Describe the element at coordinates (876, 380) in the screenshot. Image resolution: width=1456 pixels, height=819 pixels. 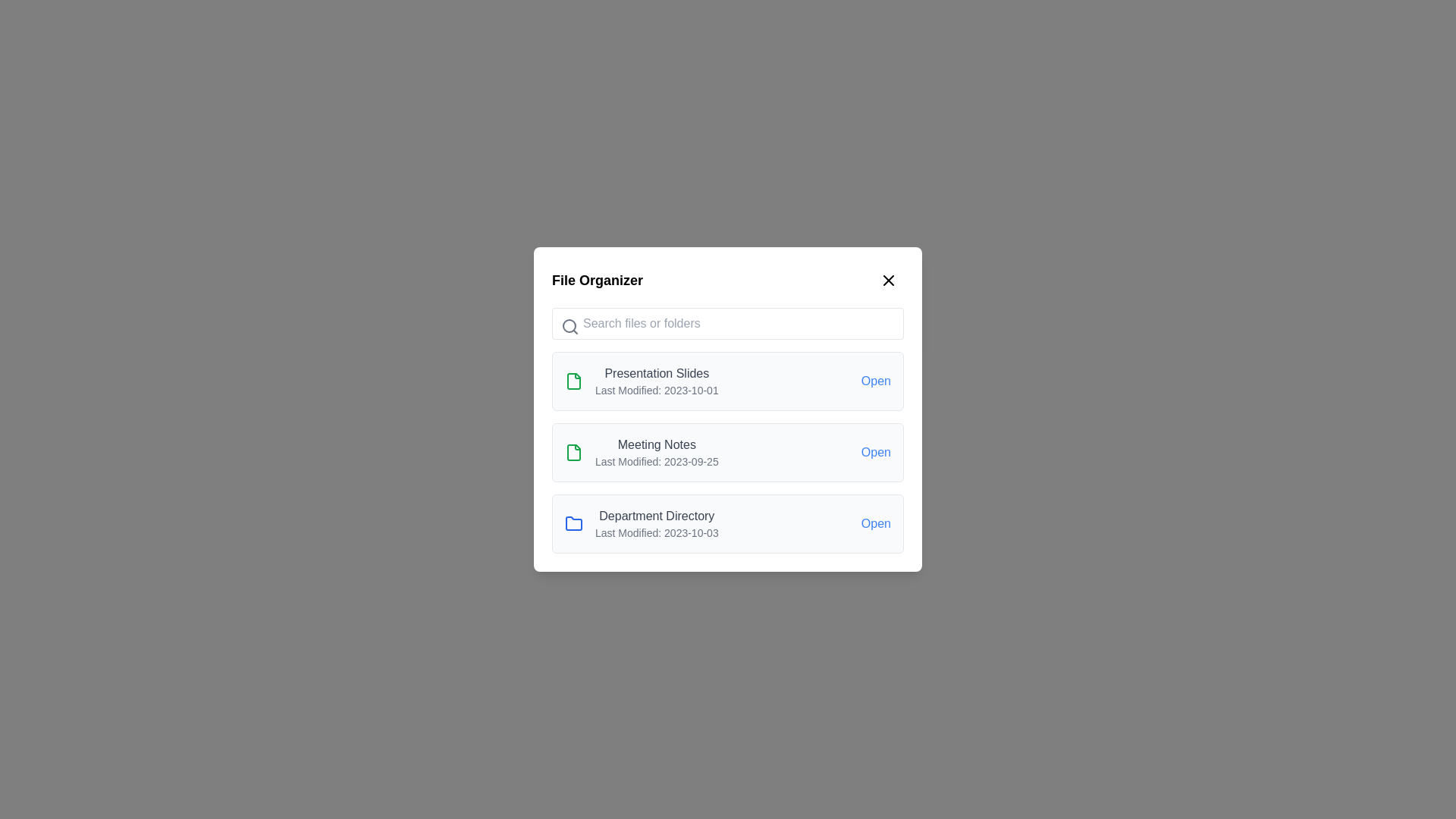
I see `the 'Open' button for Presentation Slides` at that location.